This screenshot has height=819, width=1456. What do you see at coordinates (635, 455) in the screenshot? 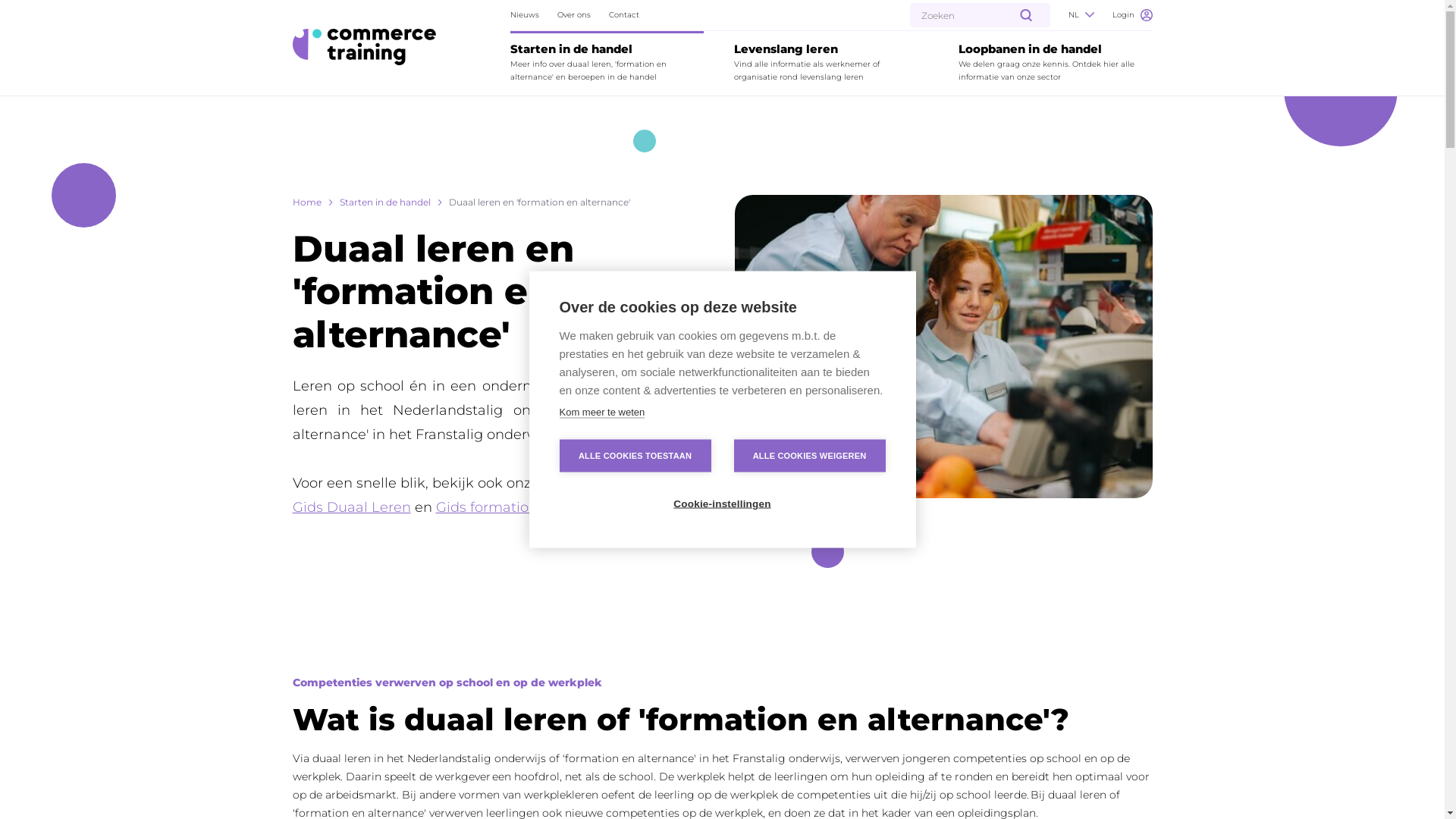
I see `'ALLE COOKIES TOESTAAN'` at bounding box center [635, 455].